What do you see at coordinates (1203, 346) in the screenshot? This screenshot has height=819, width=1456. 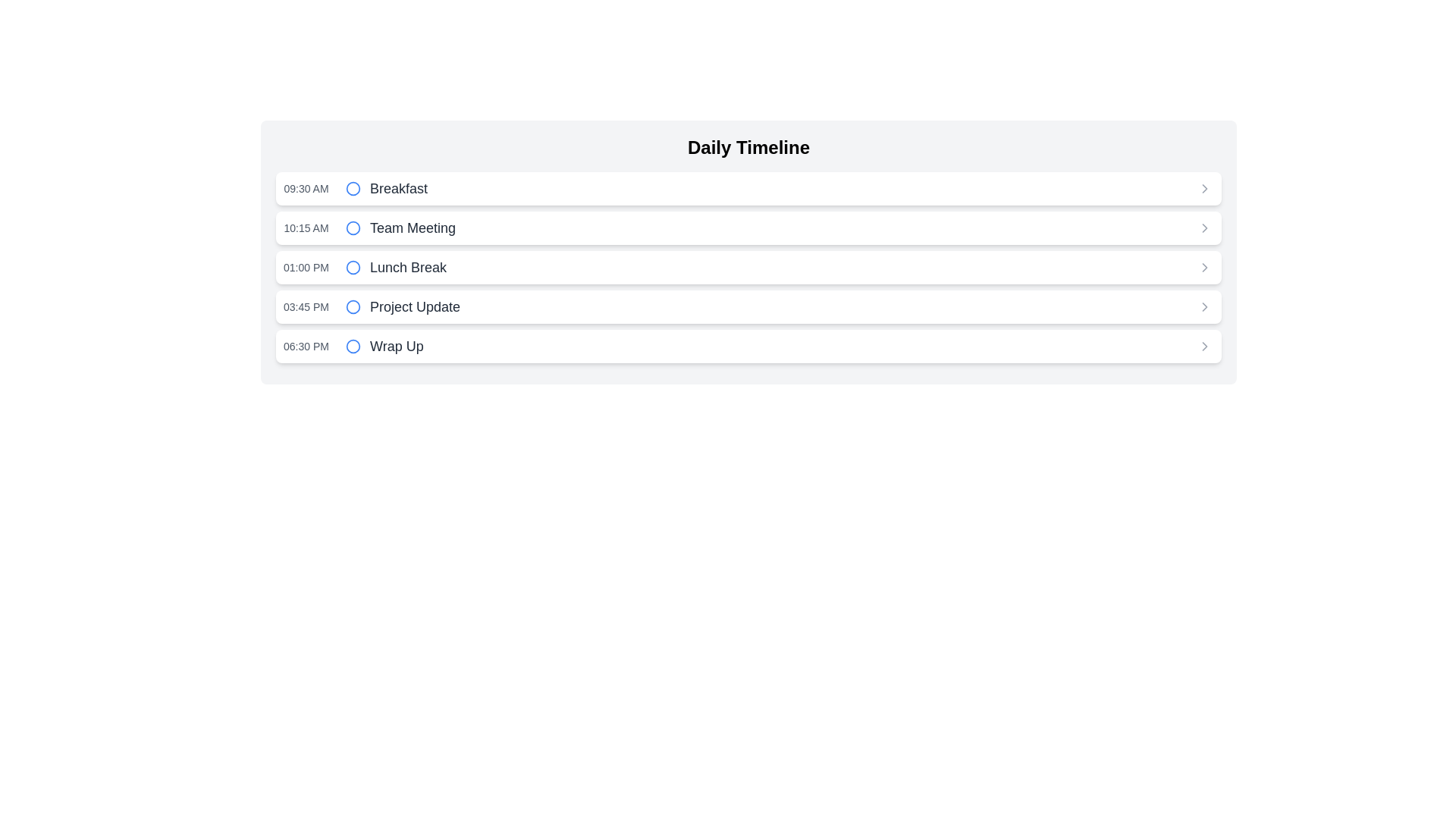 I see `the right-facing chevron icon styled in gray, located within the last item of the vertical list under 'Daily Timeline', specifically in the 'Wrap Up' section` at bounding box center [1203, 346].